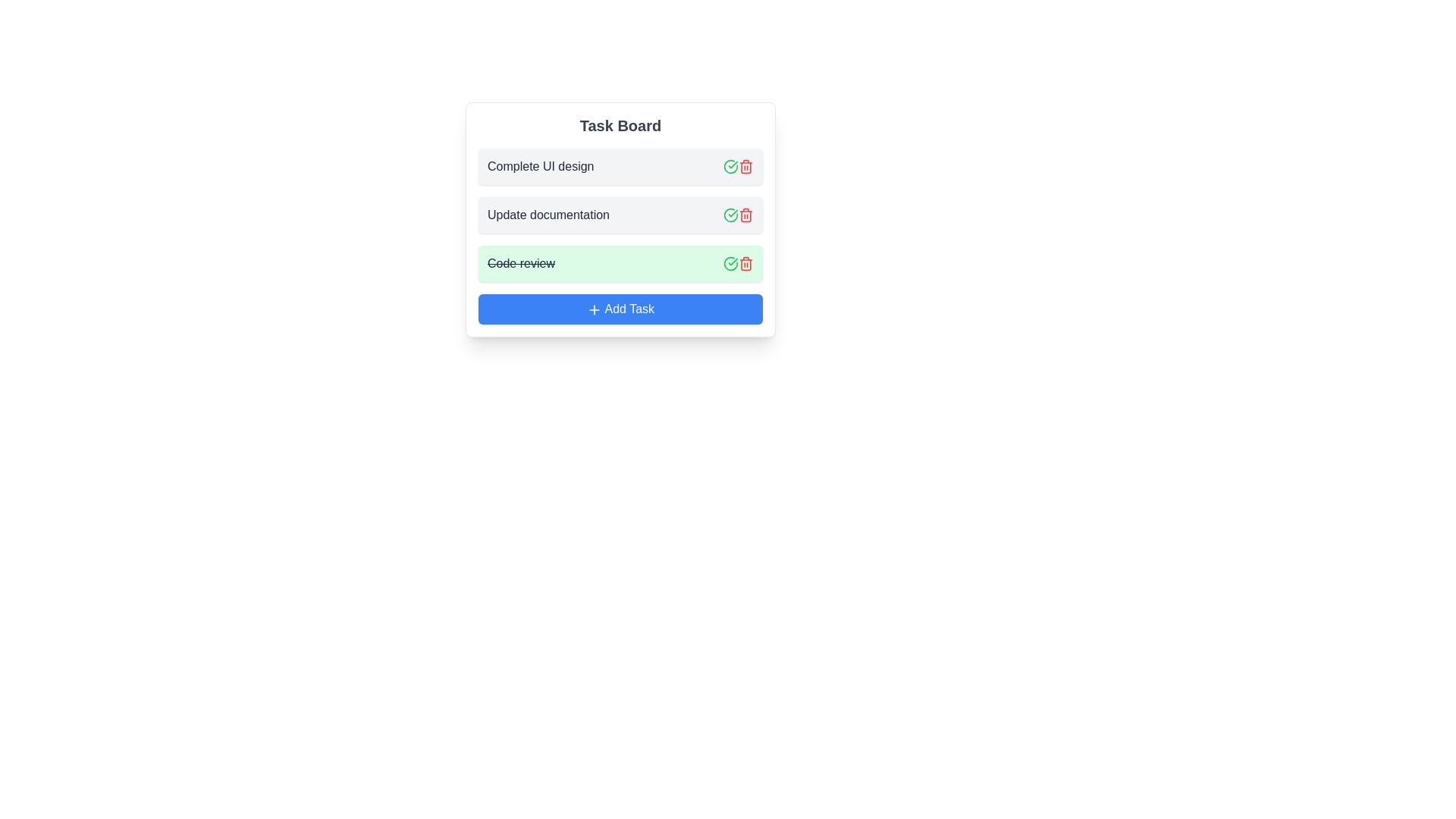  I want to click on the static text title 'Task Board' which indicates the purpose of the task board layout, so click(620, 124).